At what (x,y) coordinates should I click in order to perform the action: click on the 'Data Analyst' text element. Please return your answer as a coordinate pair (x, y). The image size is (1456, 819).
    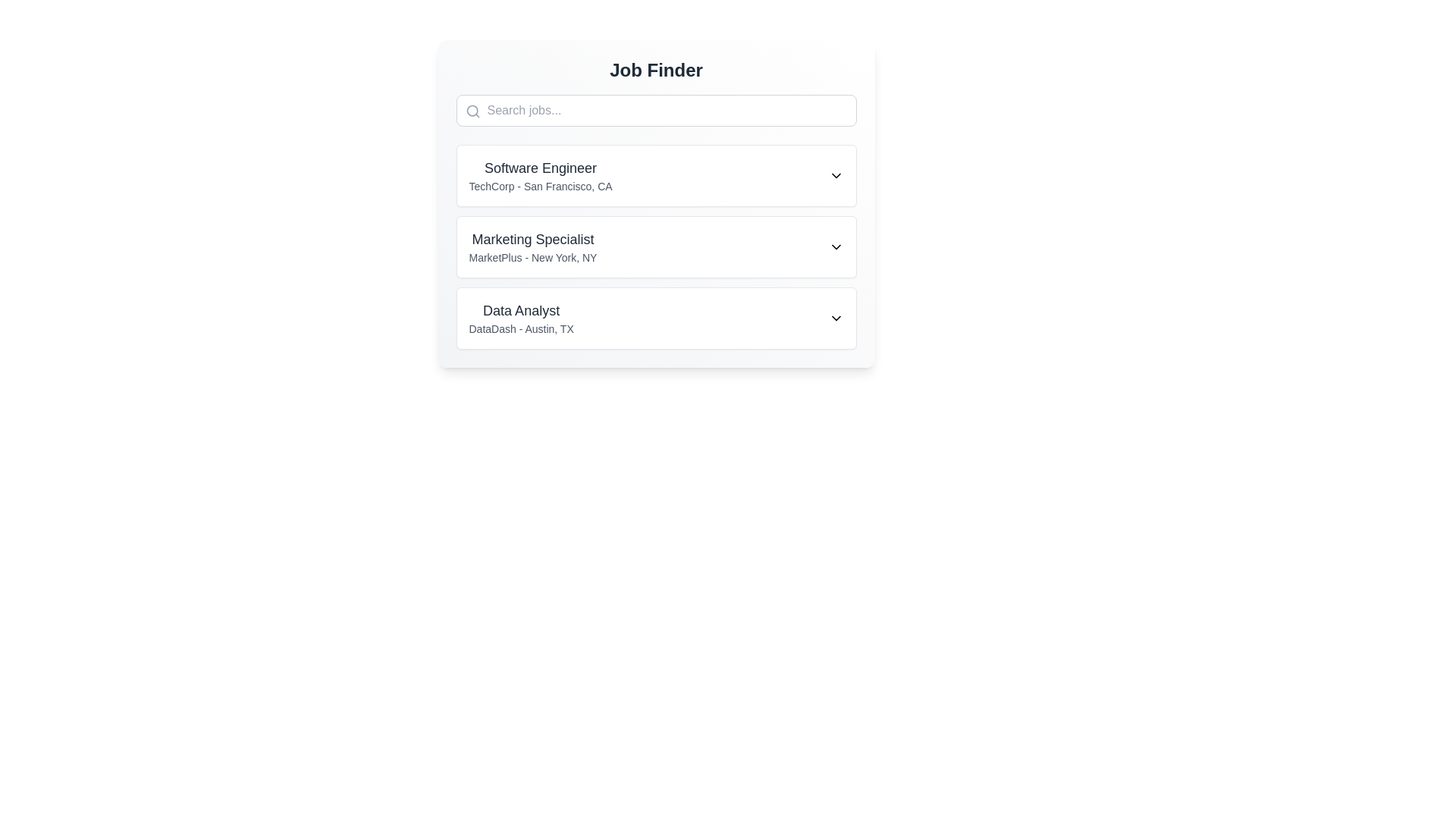
    Looking at the image, I should click on (521, 309).